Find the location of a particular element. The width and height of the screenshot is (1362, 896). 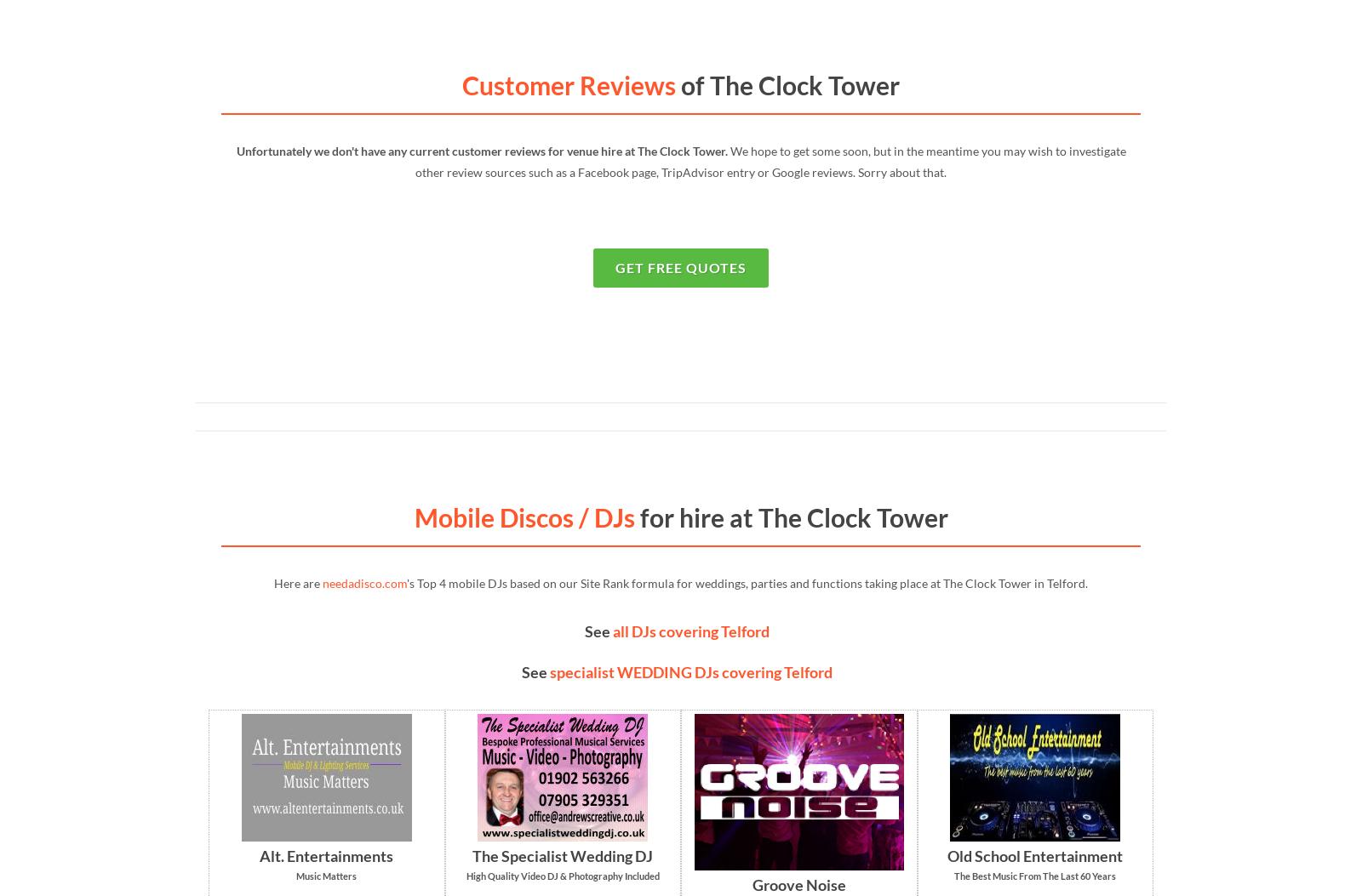

'Live Entertainment' is located at coordinates (855, 461).